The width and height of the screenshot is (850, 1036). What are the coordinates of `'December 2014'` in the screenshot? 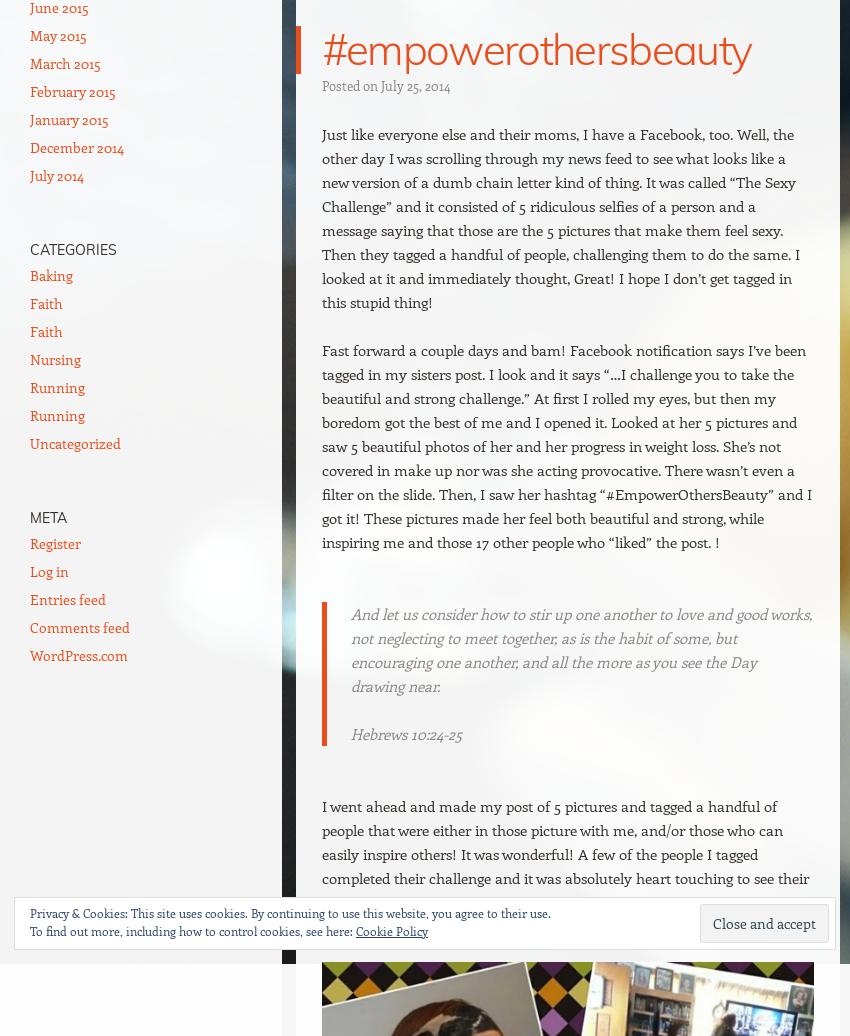 It's located at (29, 147).